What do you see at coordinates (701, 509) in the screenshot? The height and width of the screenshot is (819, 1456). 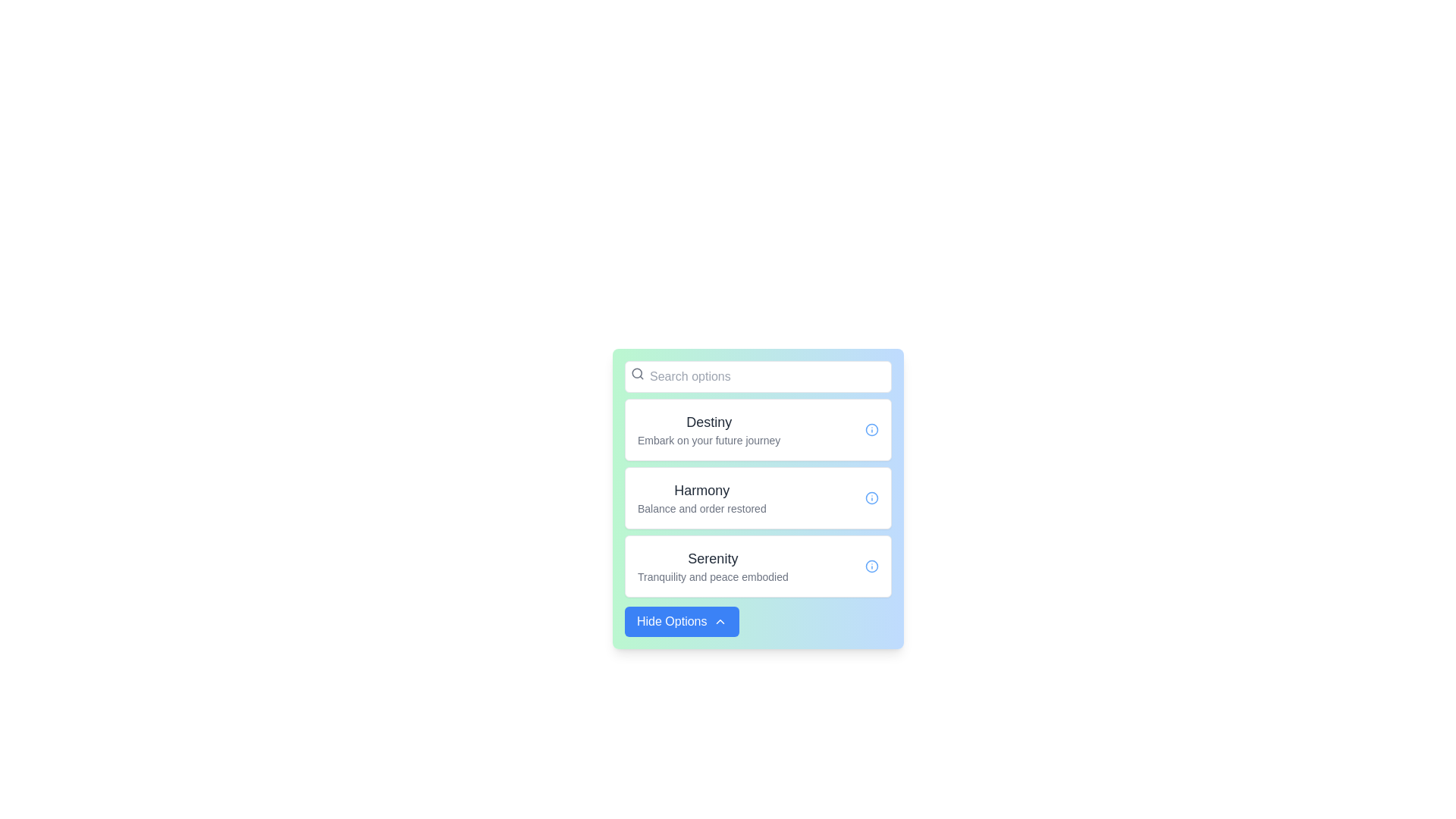 I see `the static text label that provides supplementary information for the main header 'Harmony', located directly below it within the card layout` at bounding box center [701, 509].